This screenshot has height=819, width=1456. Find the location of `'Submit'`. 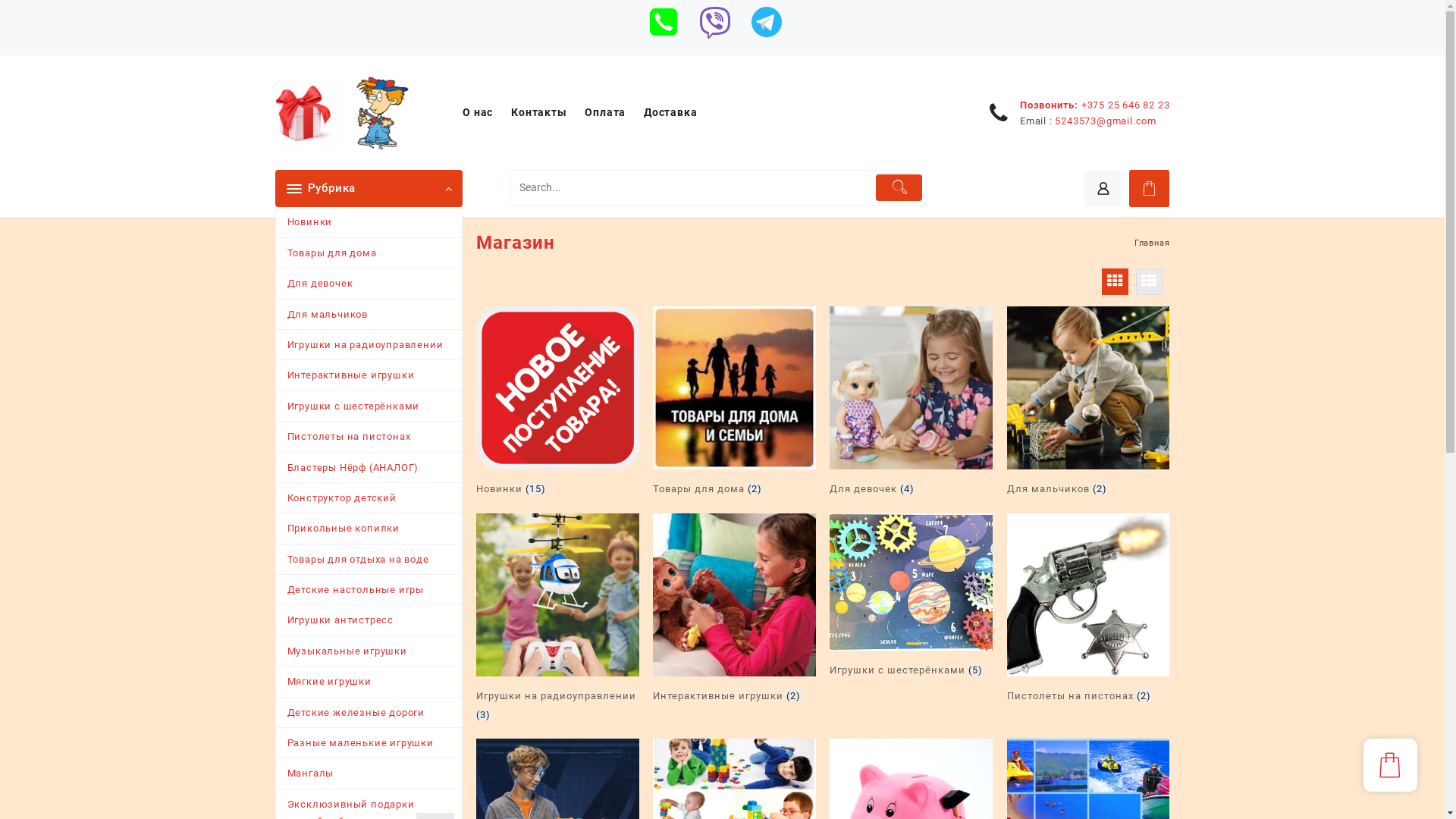

'Submit' is located at coordinates (899, 187).